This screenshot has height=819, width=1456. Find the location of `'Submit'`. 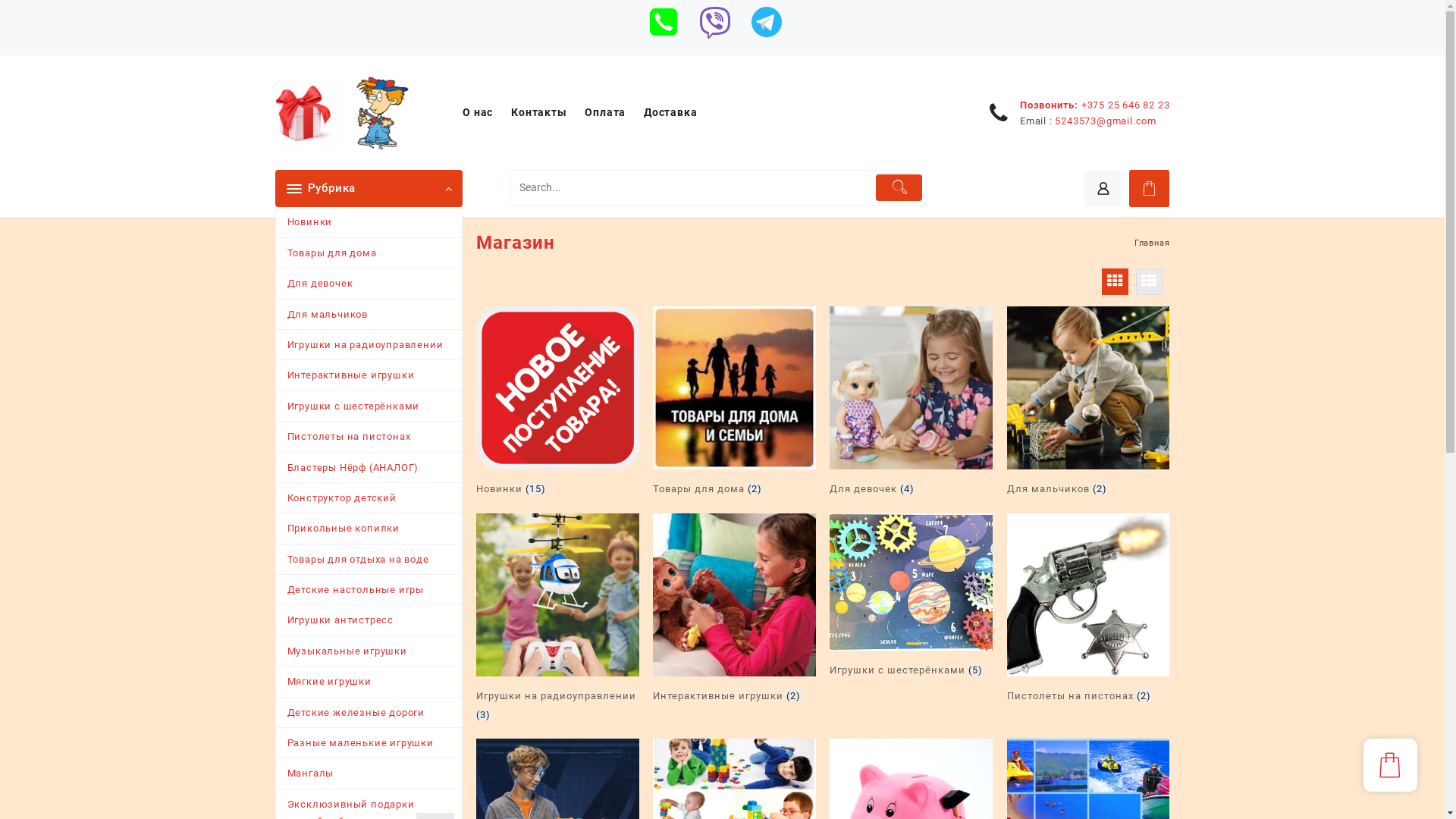

'Submit' is located at coordinates (899, 187).